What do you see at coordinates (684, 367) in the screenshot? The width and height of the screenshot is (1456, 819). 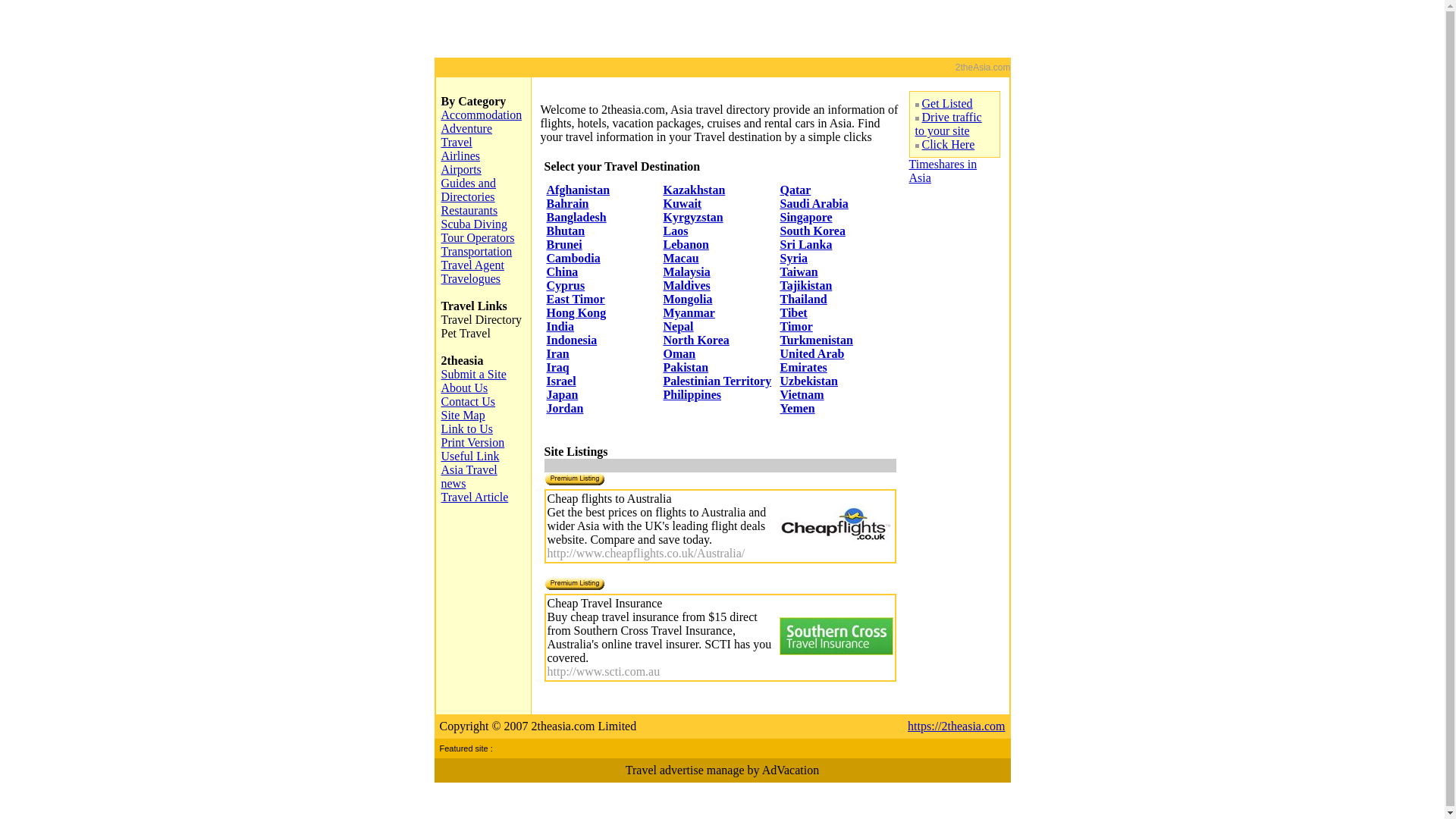 I see `'Pakistan'` at bounding box center [684, 367].